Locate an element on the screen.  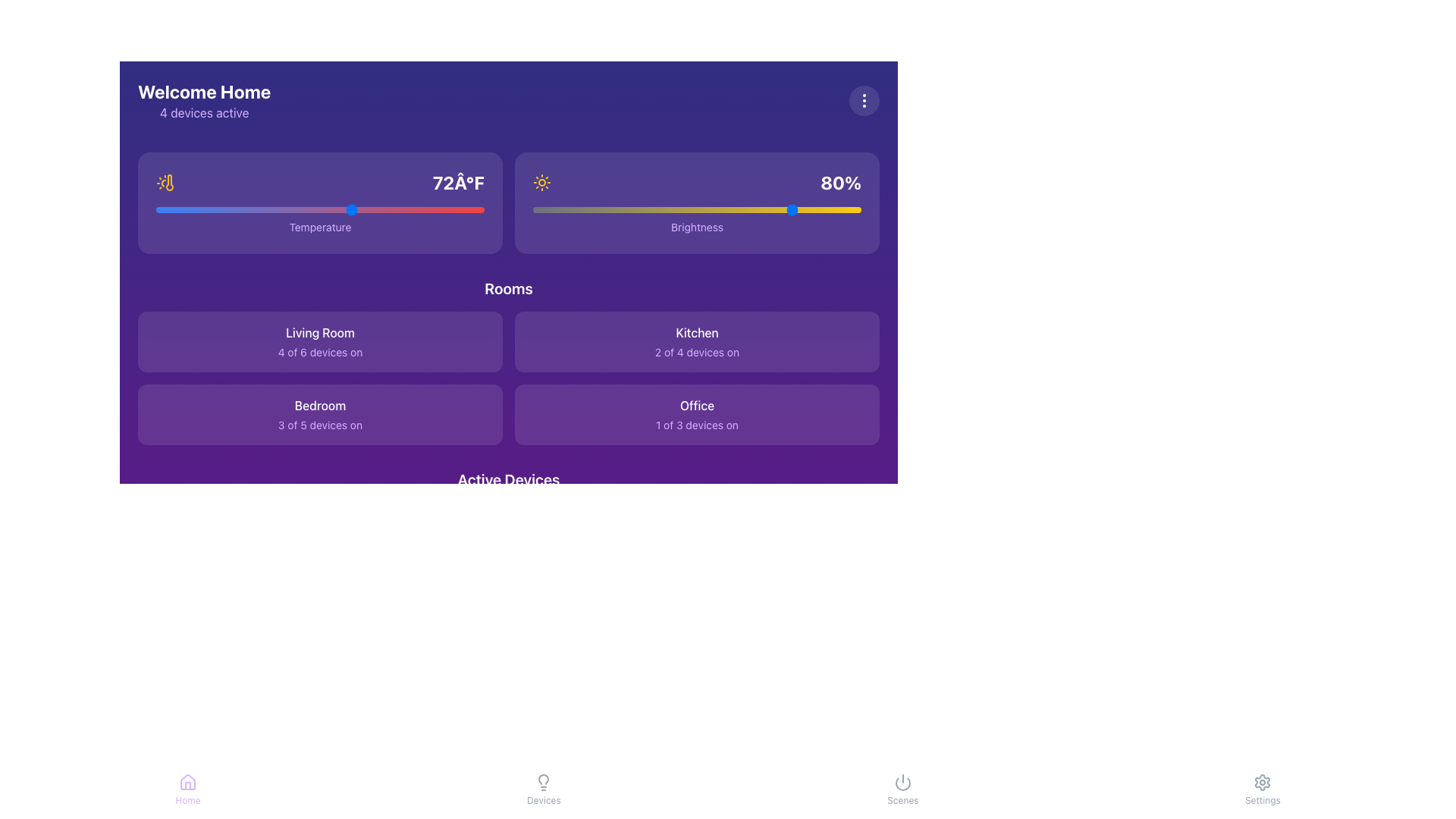
the value of the slider is located at coordinates (254, 210).